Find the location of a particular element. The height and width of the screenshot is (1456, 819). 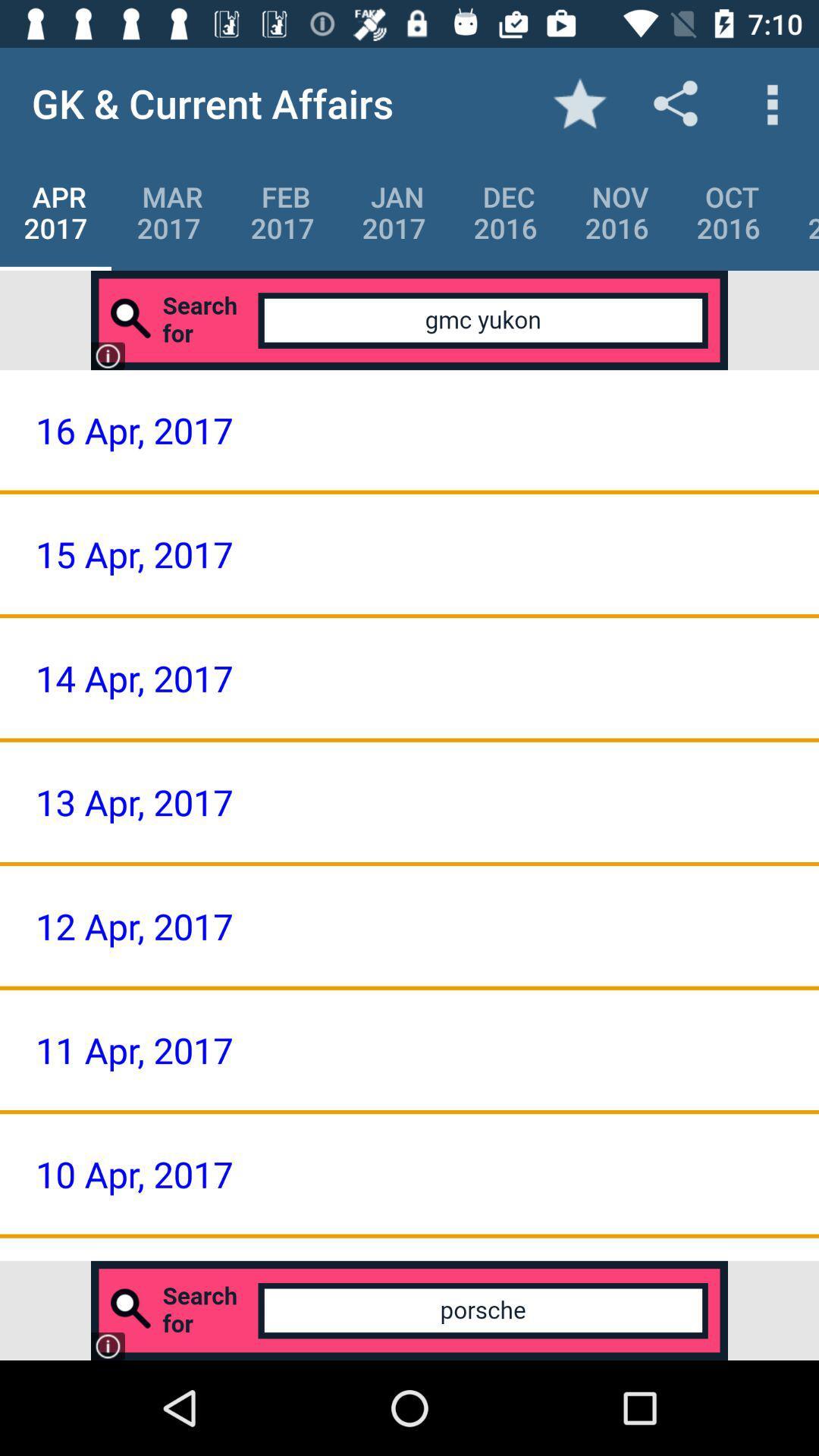

icon to the left of  dec is located at coordinates (393, 212).